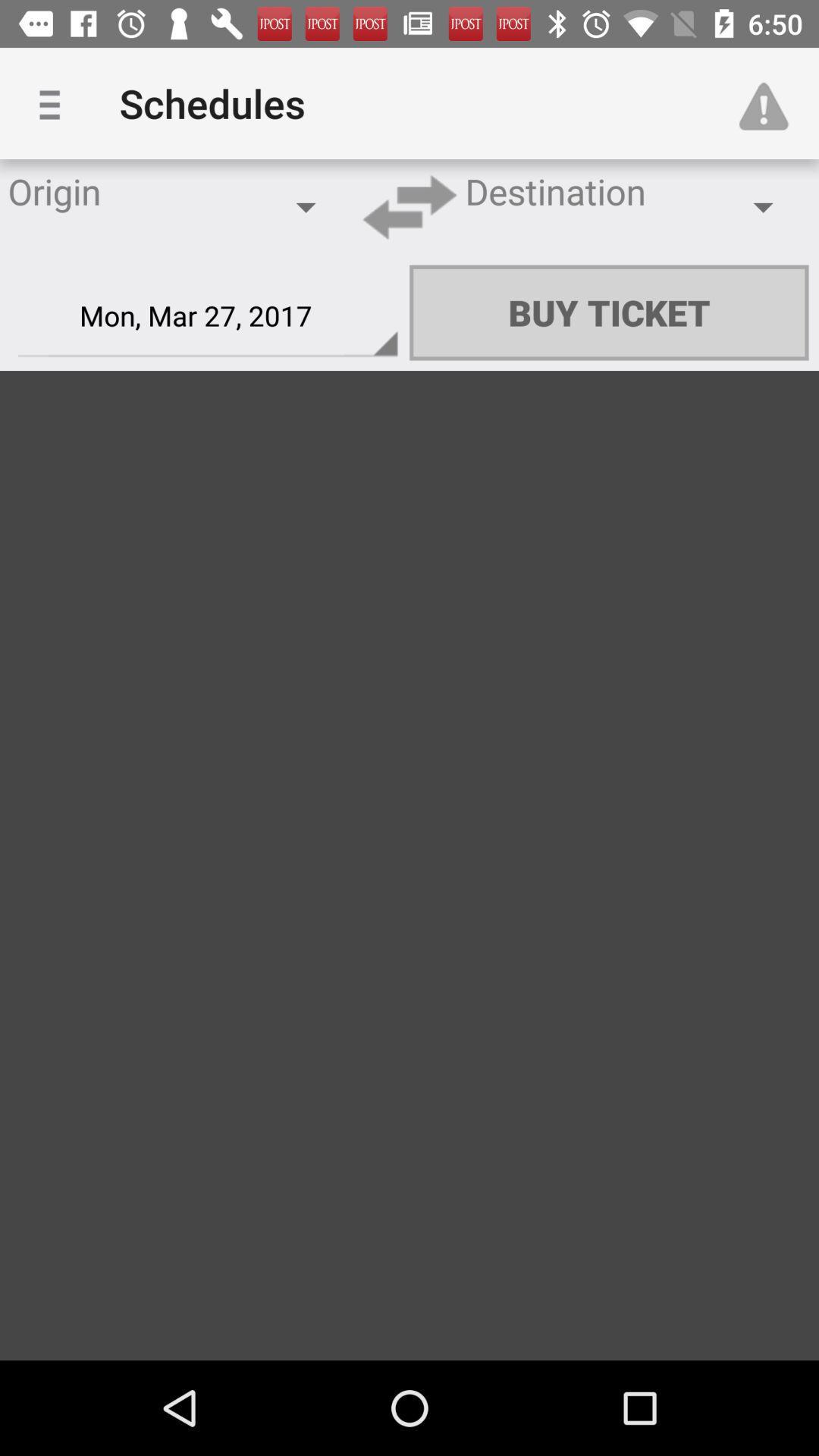  Describe the element at coordinates (55, 102) in the screenshot. I see `item next to the schedules app` at that location.